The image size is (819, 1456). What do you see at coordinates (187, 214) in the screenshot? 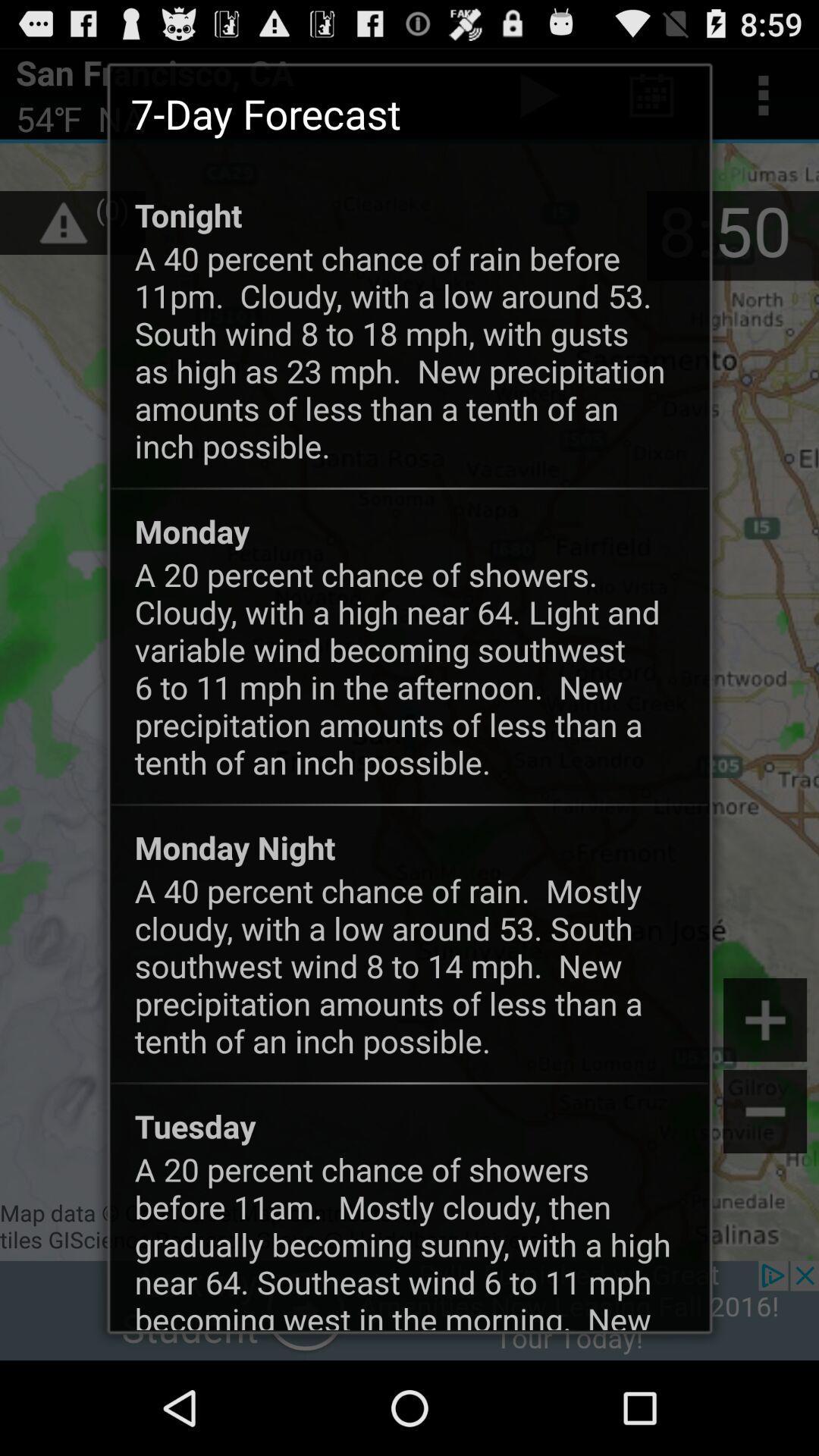
I see `app above a 40 percent item` at bounding box center [187, 214].